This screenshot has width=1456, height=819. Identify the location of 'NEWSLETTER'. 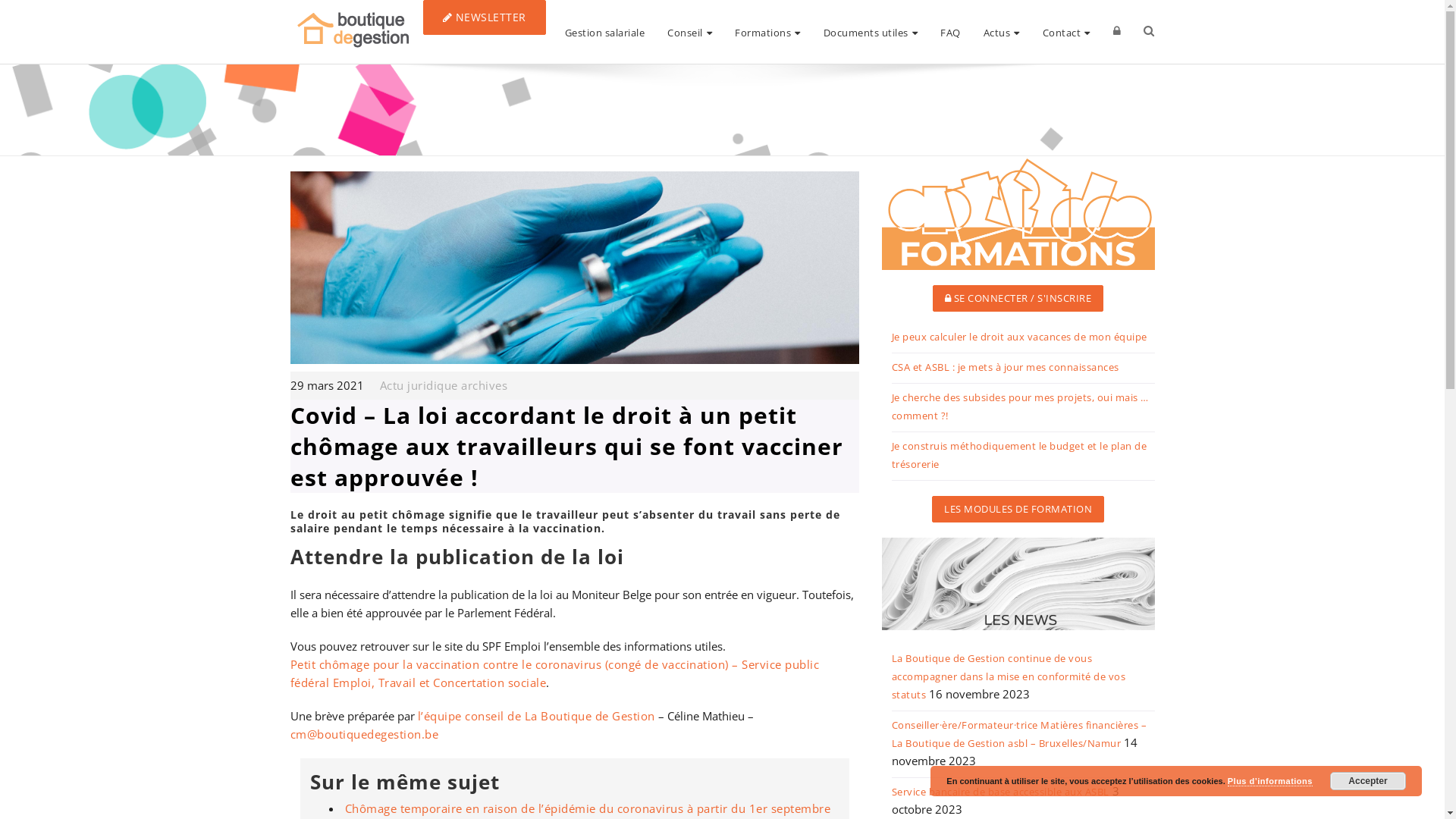
(422, 17).